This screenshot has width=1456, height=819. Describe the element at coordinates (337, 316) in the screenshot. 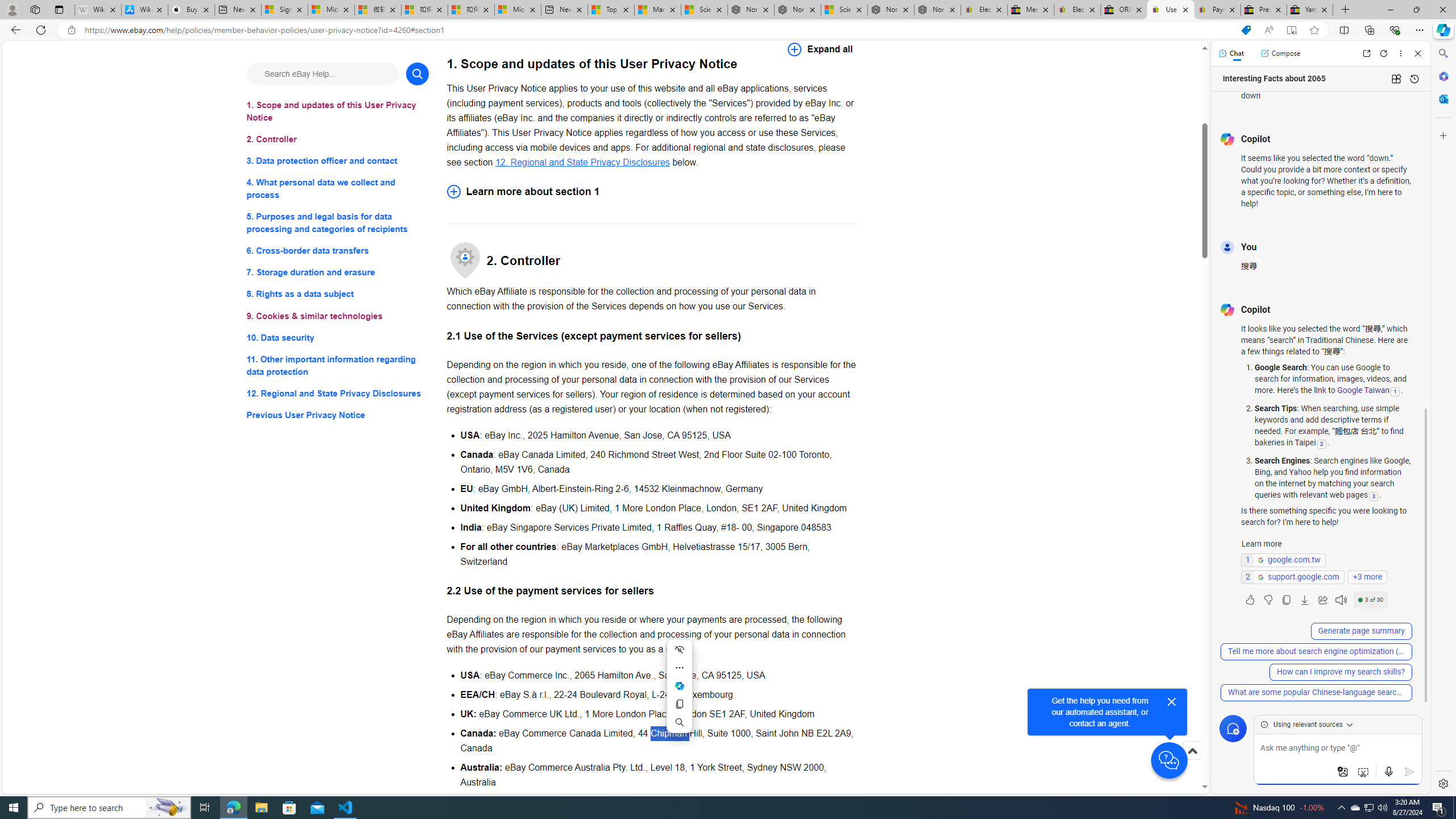

I see `'9. Cookies & similar technologies'` at that location.